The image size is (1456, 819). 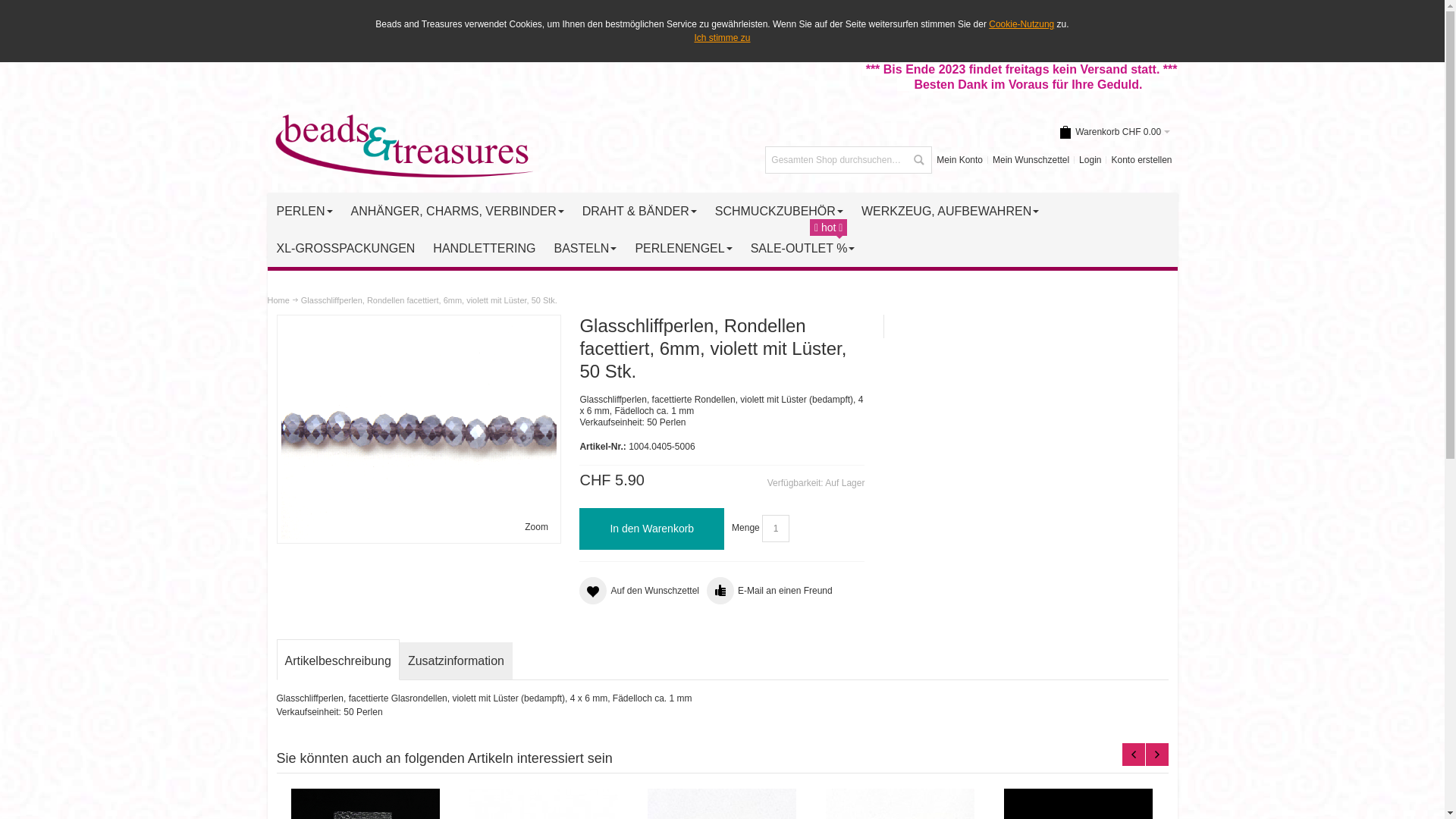 I want to click on 'Zoom', so click(x=536, y=526).